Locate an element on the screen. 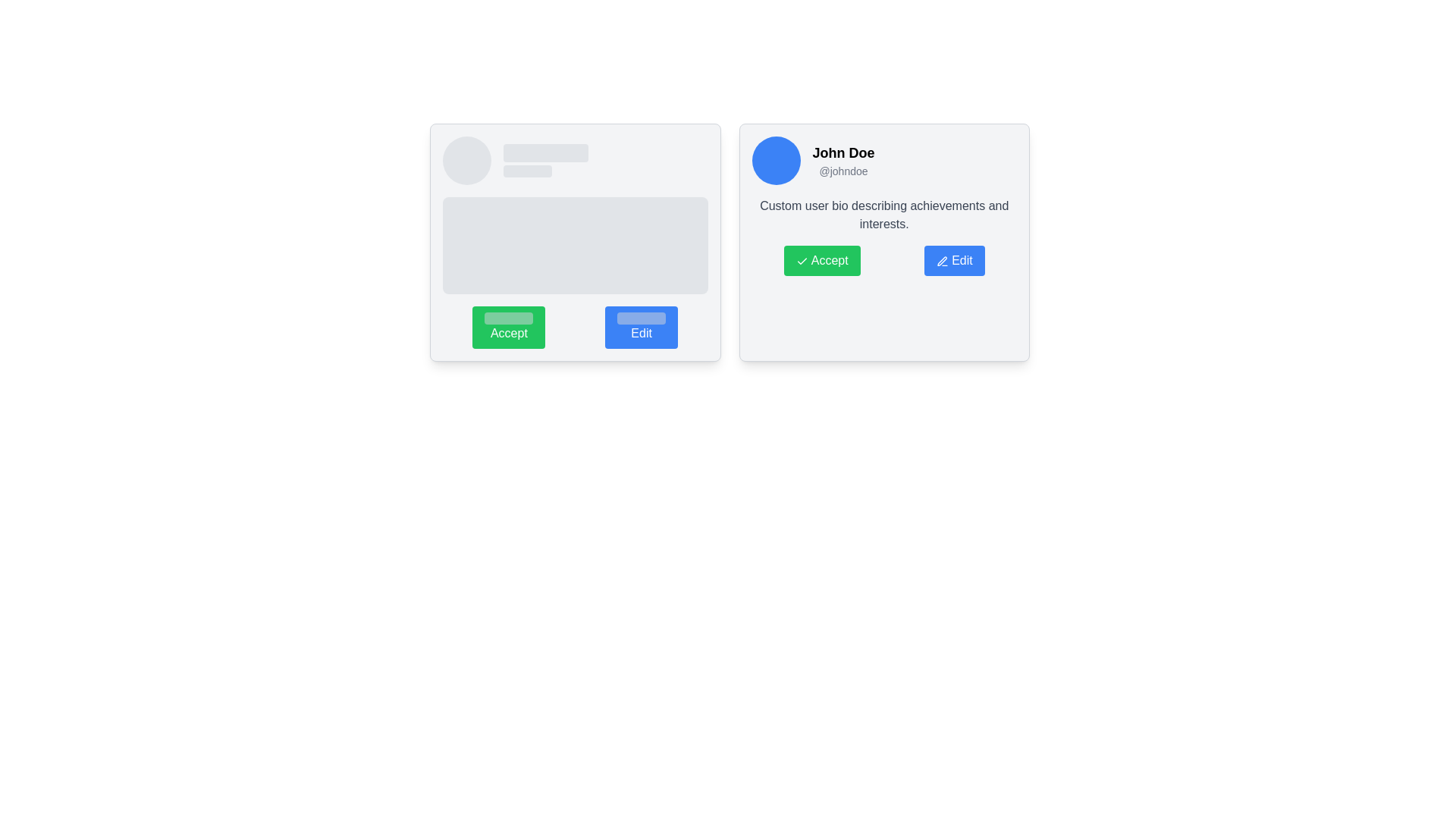  the Text Label element displaying 'John Doe' with '@johndoe' beneath it, located in the upper section of the right card, beside a circular avatar is located at coordinates (843, 161).